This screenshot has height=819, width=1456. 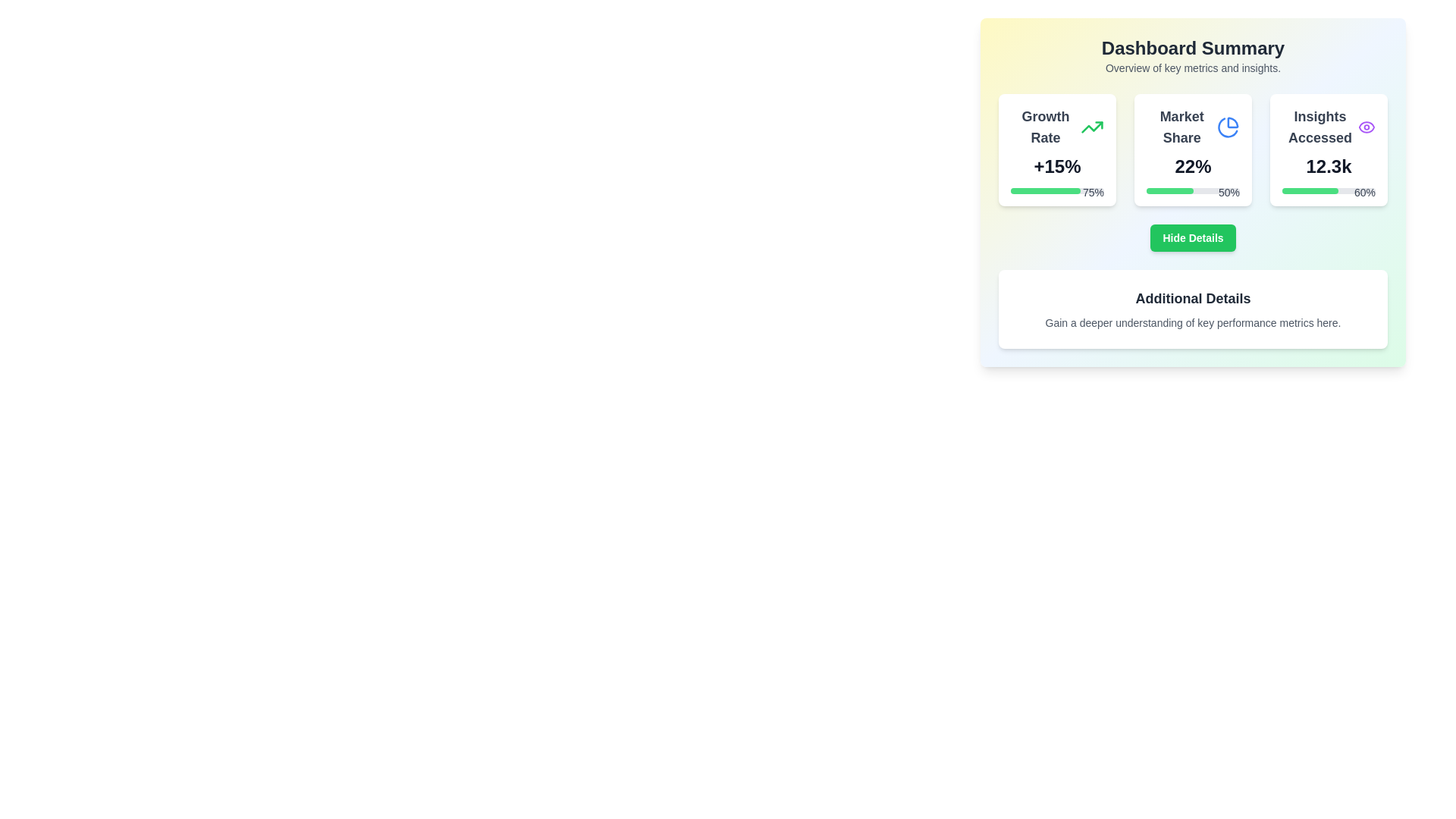 I want to click on the 75% progress bar element located in the lower part of the 'Growth Rate' card in the dashboard, so click(x=1056, y=190).